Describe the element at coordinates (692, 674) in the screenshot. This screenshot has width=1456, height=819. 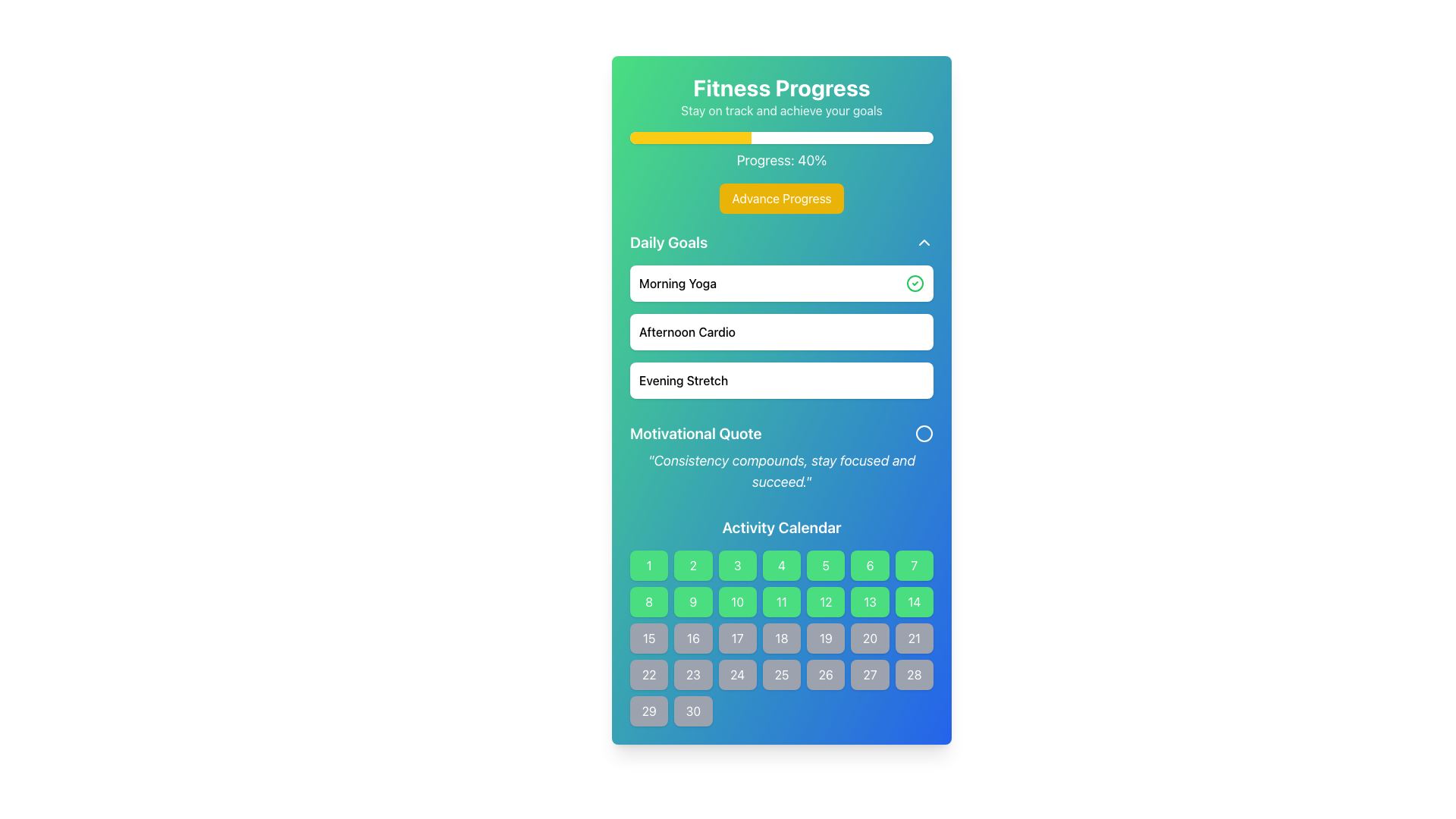
I see `the button-like calendar item representing the 23rd date in the Activity Calendar` at that location.